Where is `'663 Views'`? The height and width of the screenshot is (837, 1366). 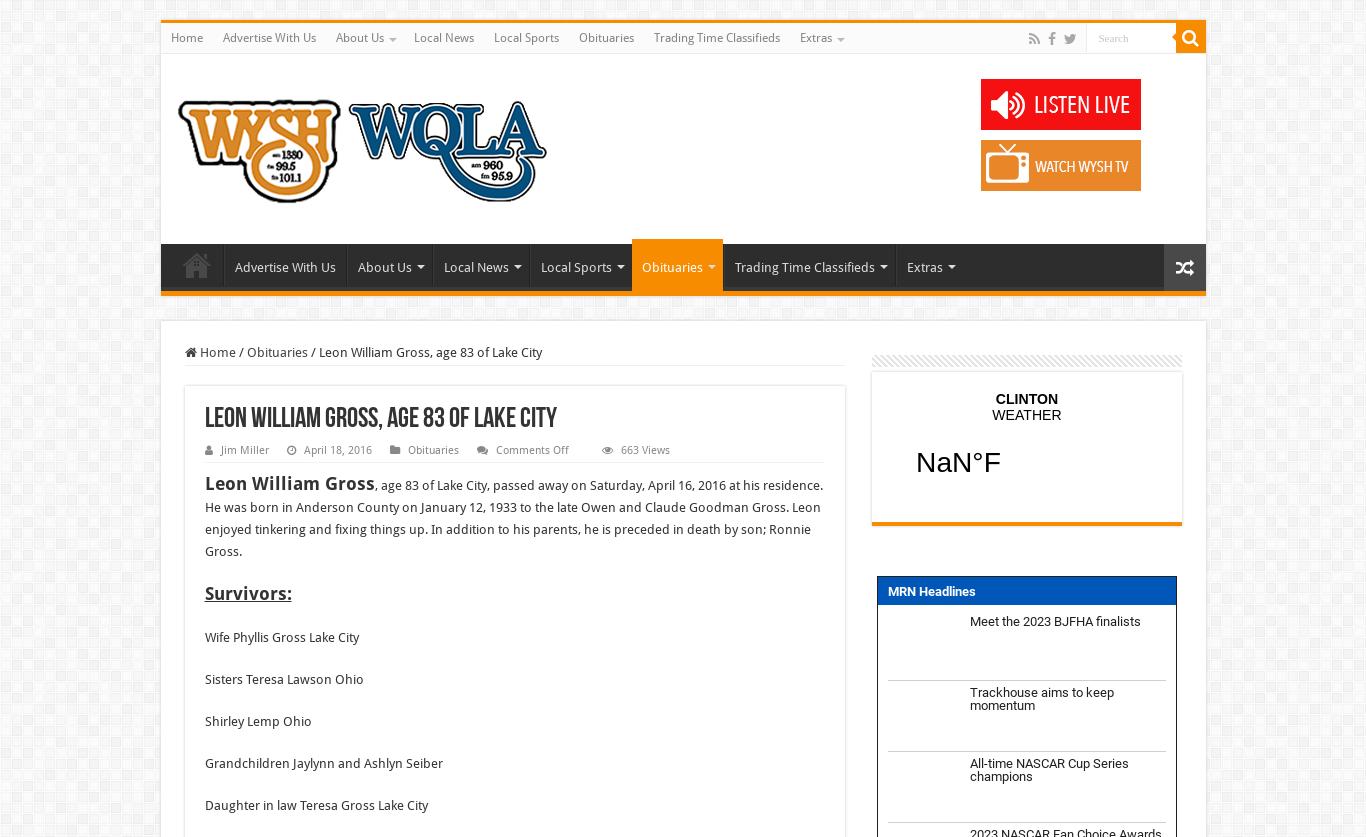
'663 Views' is located at coordinates (643, 449).